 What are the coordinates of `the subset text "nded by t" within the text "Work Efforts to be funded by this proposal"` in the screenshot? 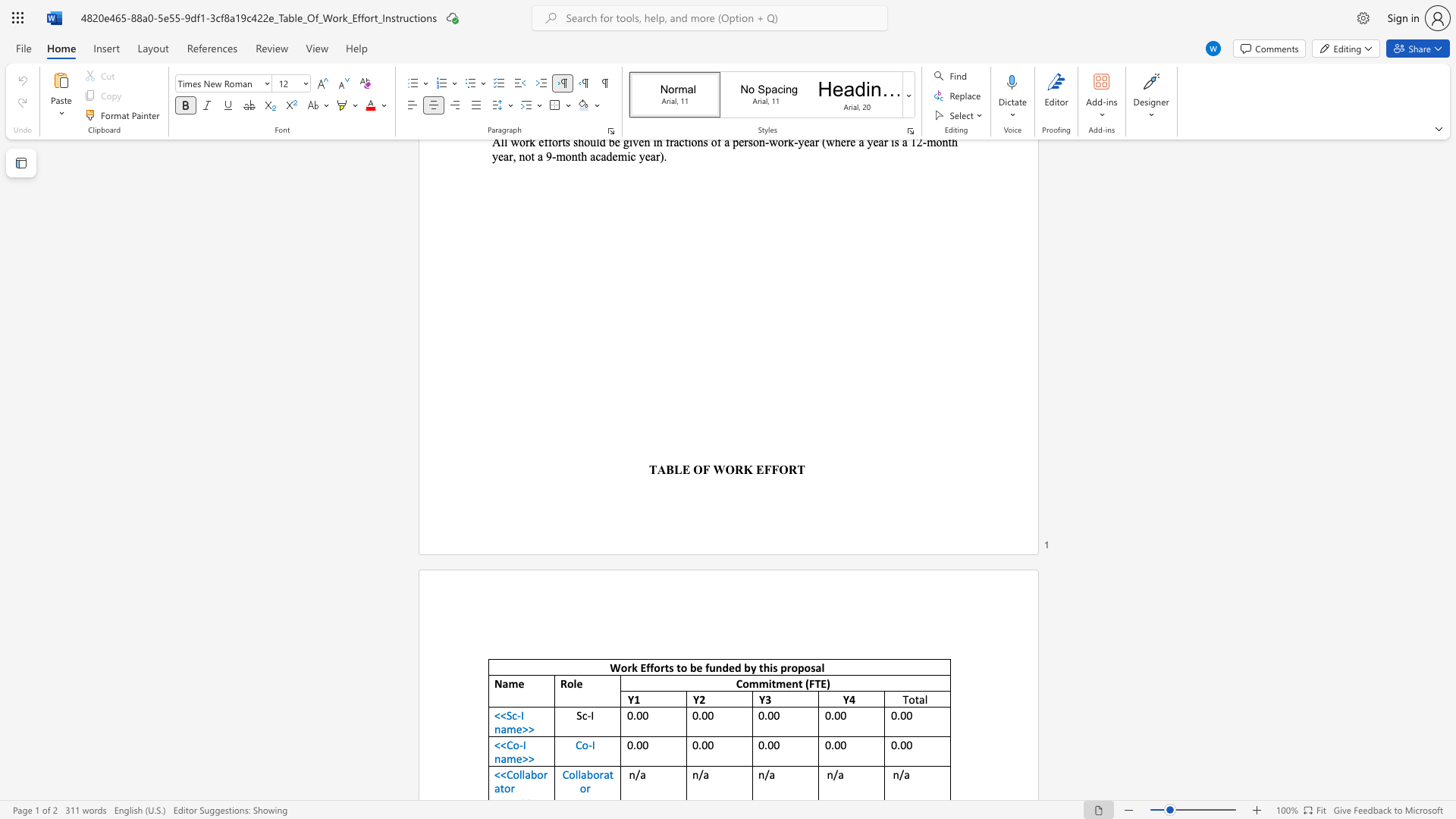 It's located at (714, 667).